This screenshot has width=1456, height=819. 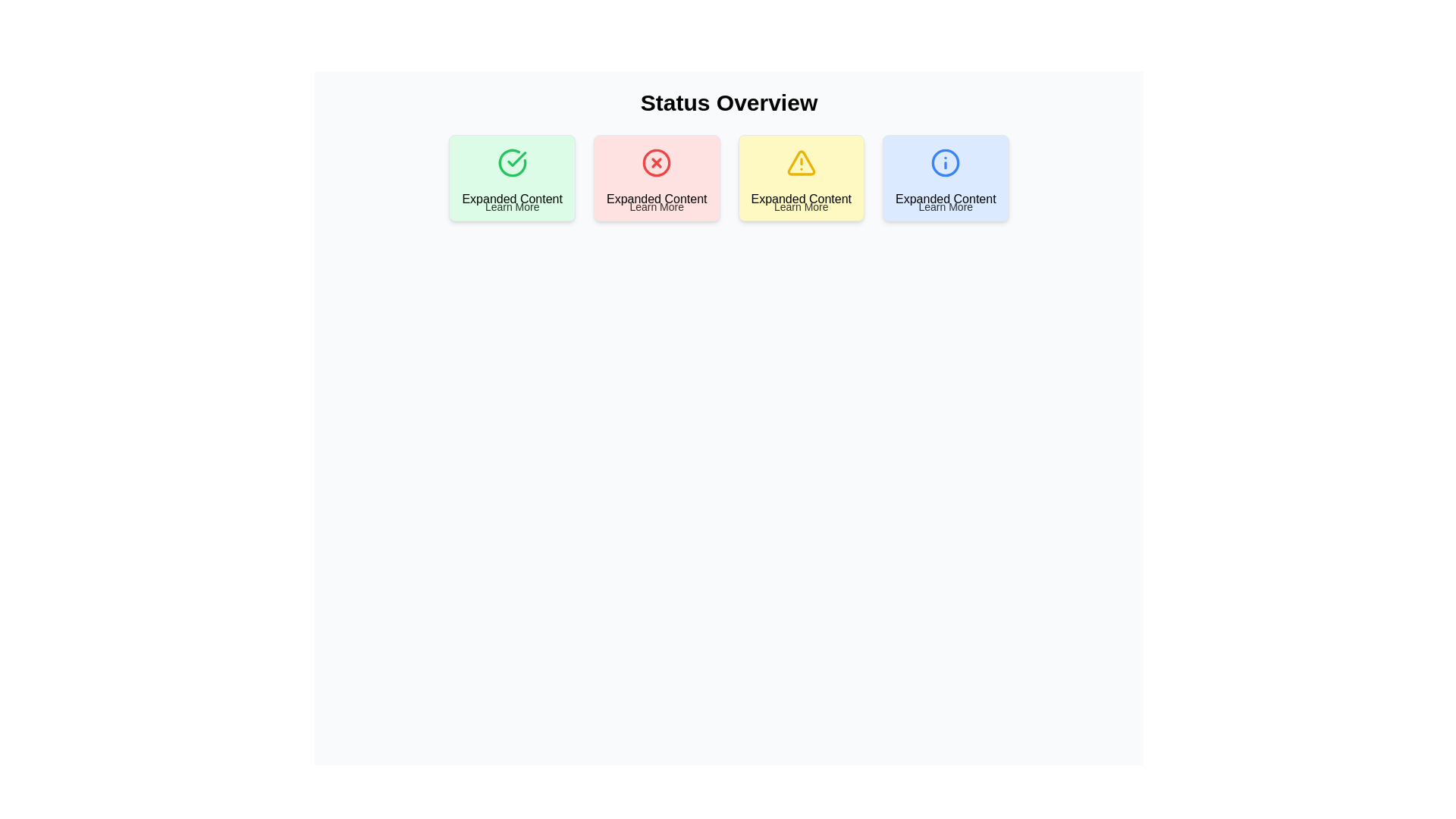 I want to click on the triangular warning icon with a yellow border and a black exclamation mark inside, located in the third box from the left in a row of four status indicator boxes, for information, so click(x=800, y=163).